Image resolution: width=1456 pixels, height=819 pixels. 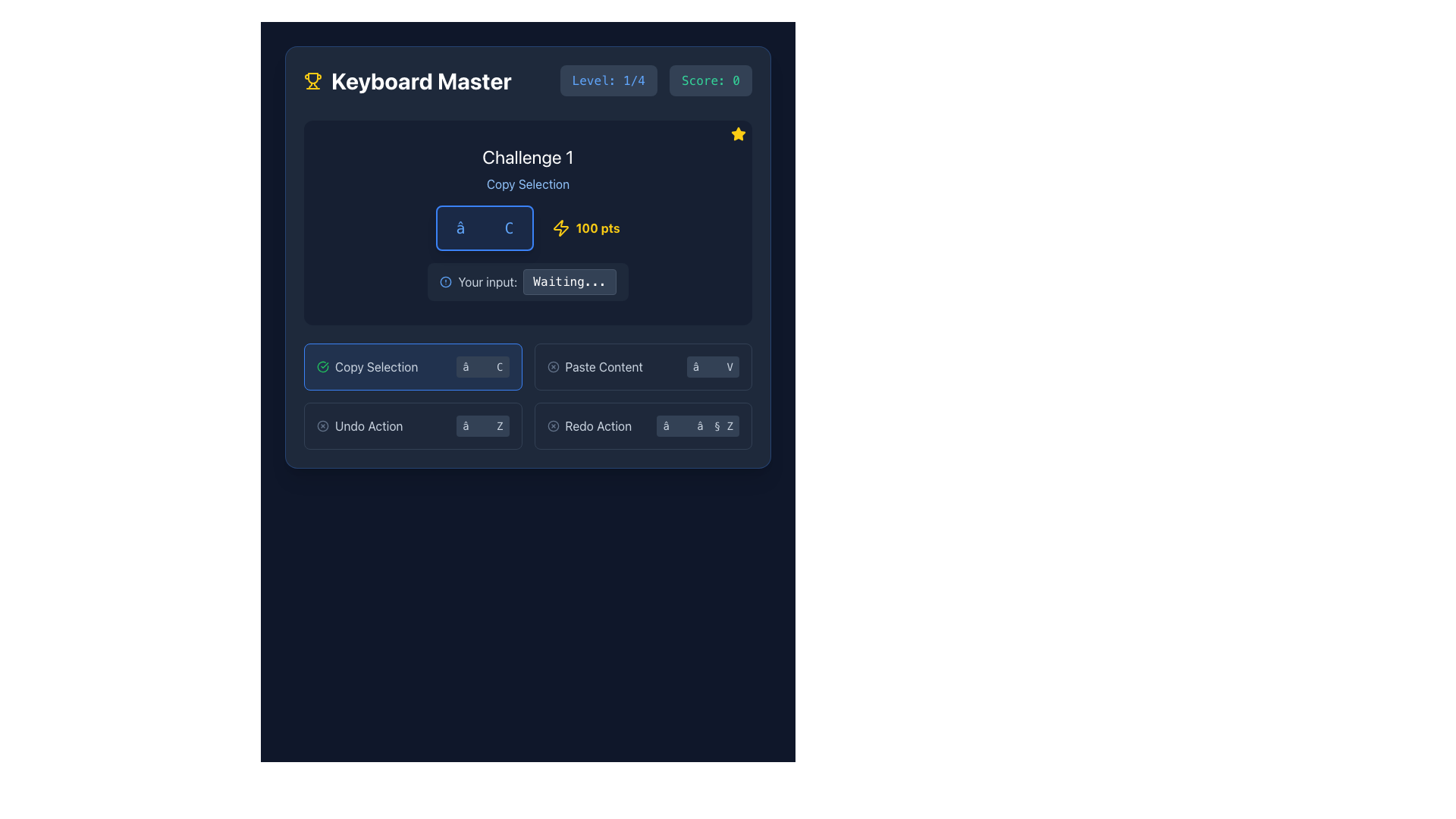 I want to click on the 'Undo Action' text label, which is located in the second row of options below 'Copy Selection' and to the left of 'Redo Action.', so click(x=369, y=426).